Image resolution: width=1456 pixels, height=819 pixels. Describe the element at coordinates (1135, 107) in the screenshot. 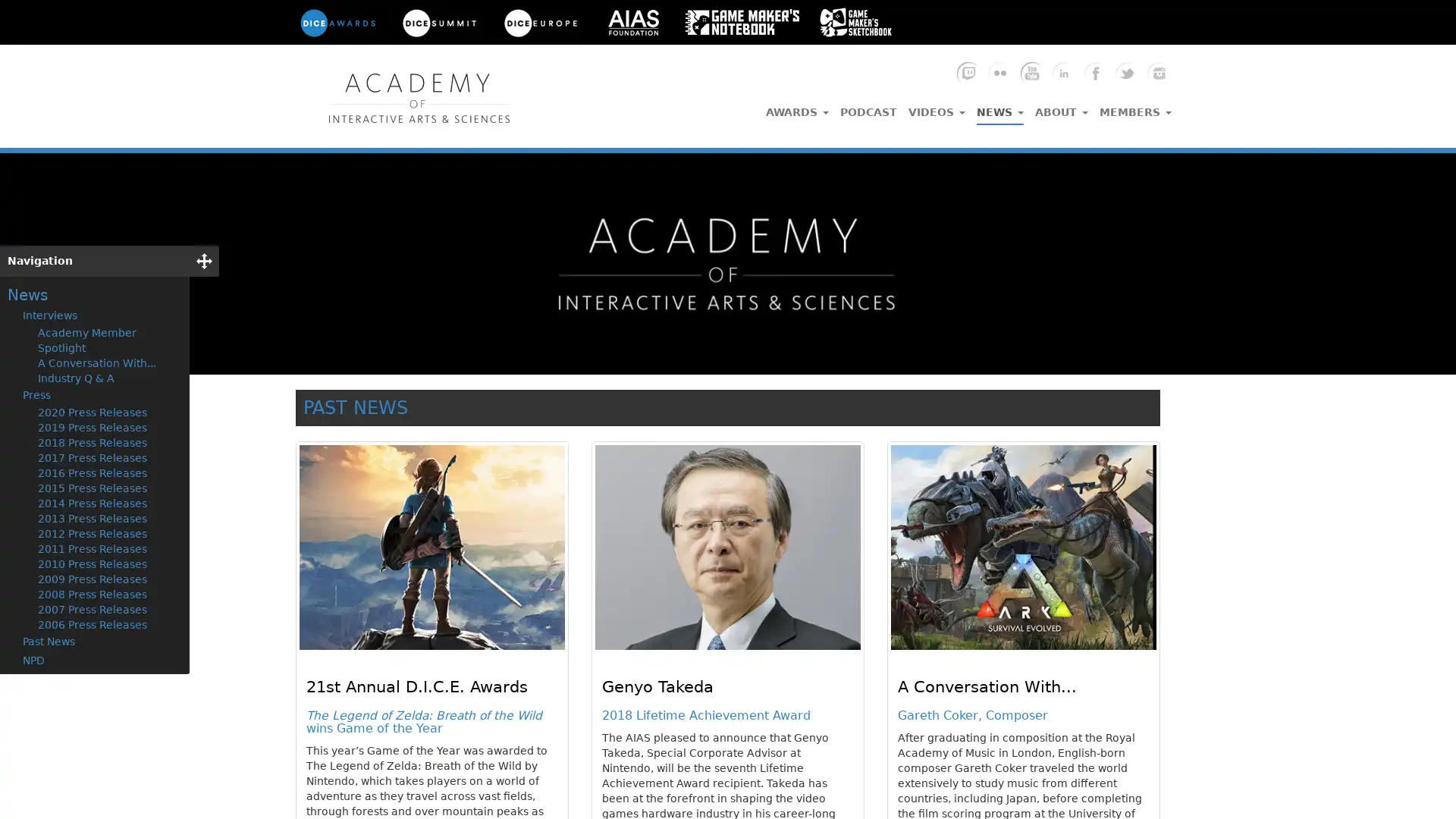

I see `MEMBERS` at that location.